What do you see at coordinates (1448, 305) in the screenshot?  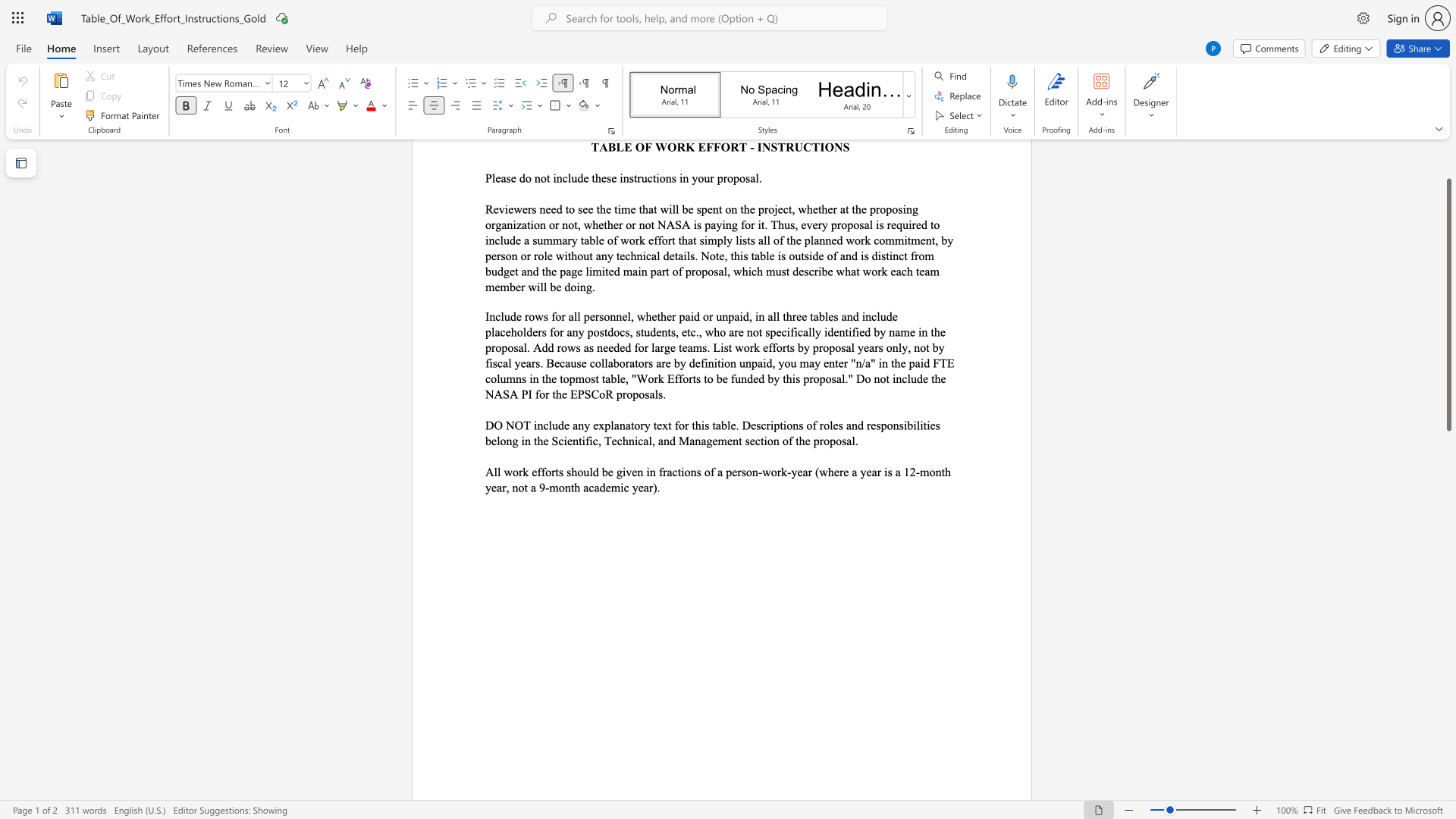 I see `the scrollbar and move down 440 pixels` at bounding box center [1448, 305].